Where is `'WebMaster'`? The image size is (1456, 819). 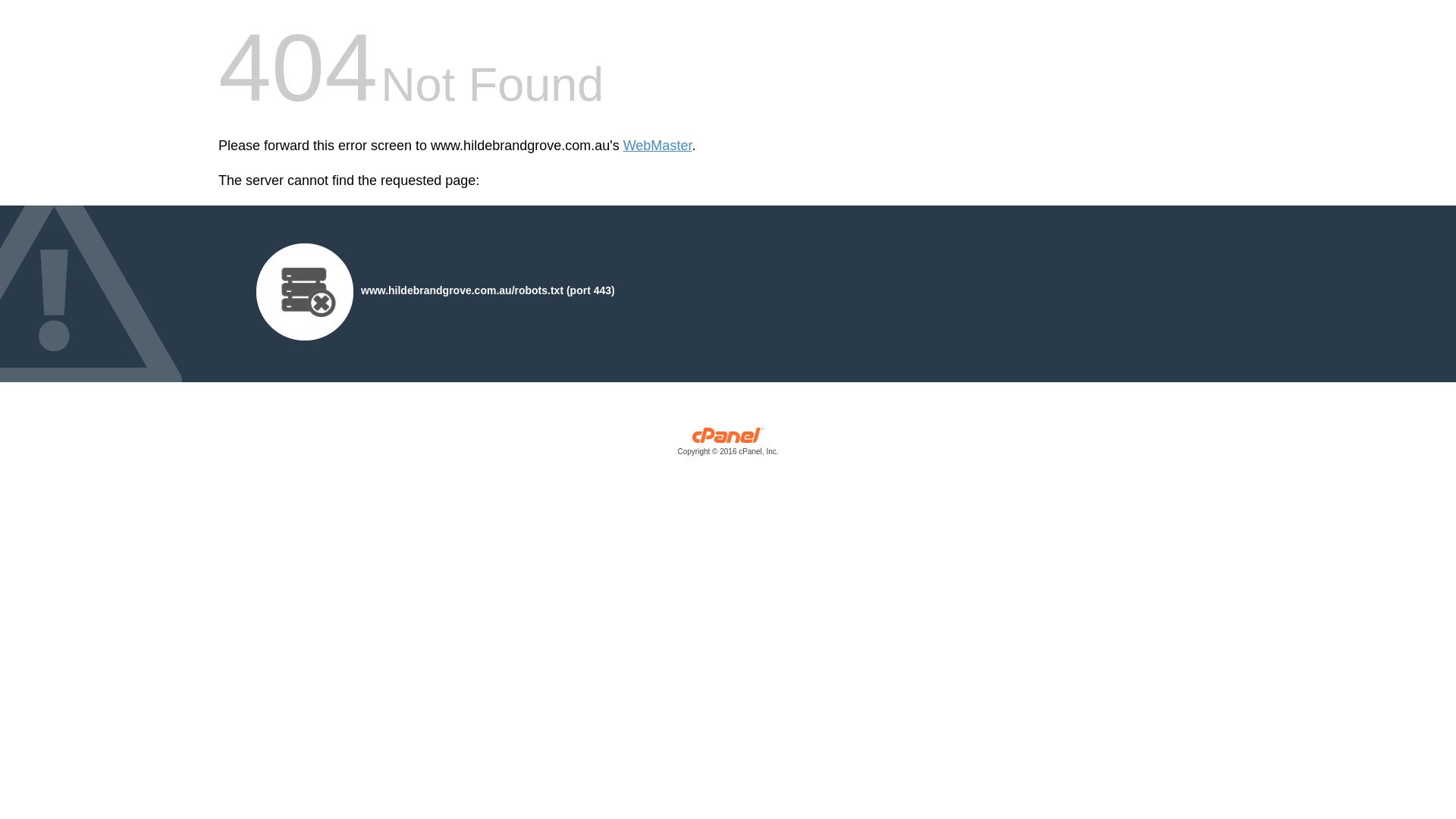
'WebMaster' is located at coordinates (623, 146).